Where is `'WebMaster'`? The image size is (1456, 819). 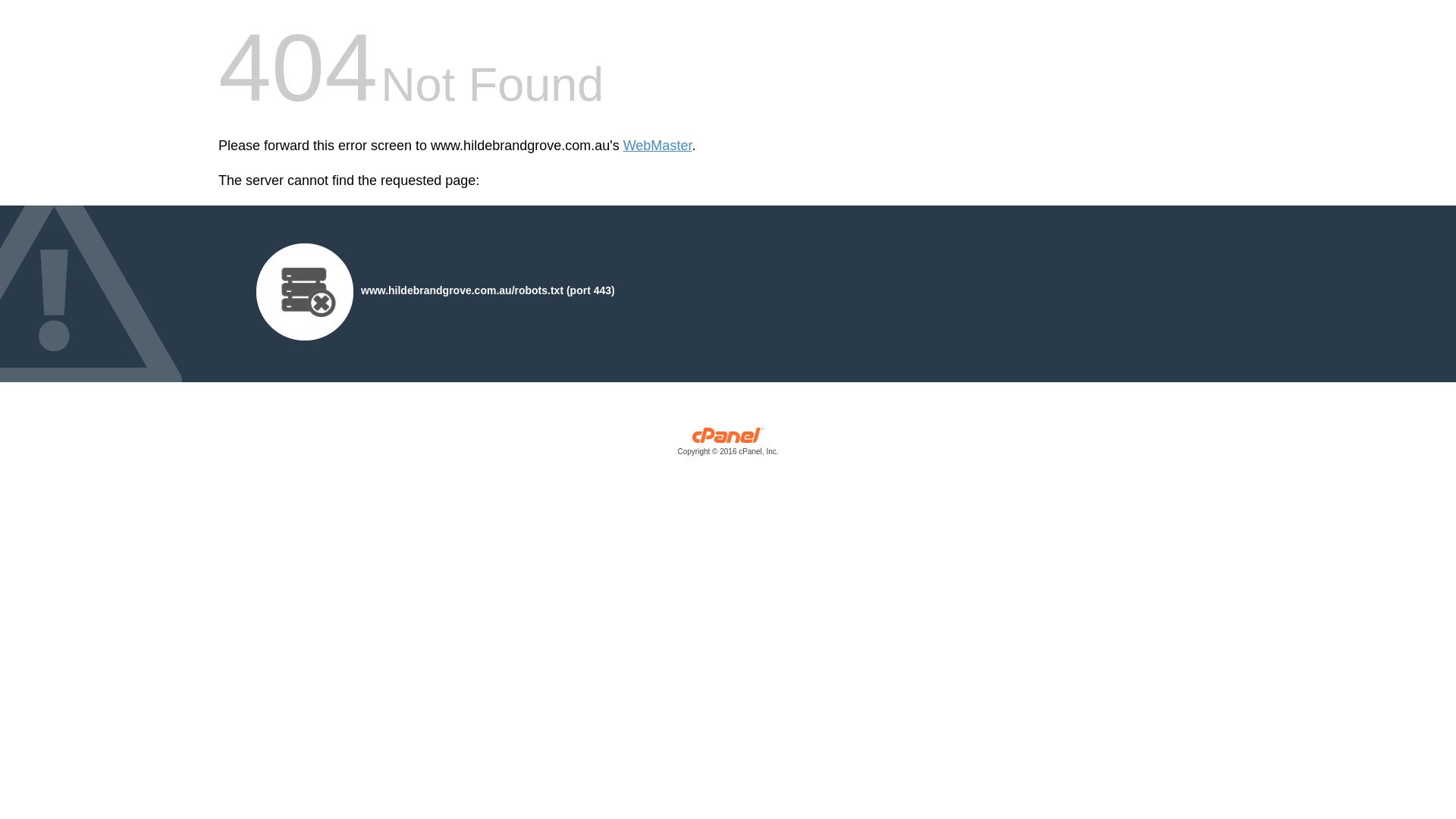
'WebMaster' is located at coordinates (623, 146).